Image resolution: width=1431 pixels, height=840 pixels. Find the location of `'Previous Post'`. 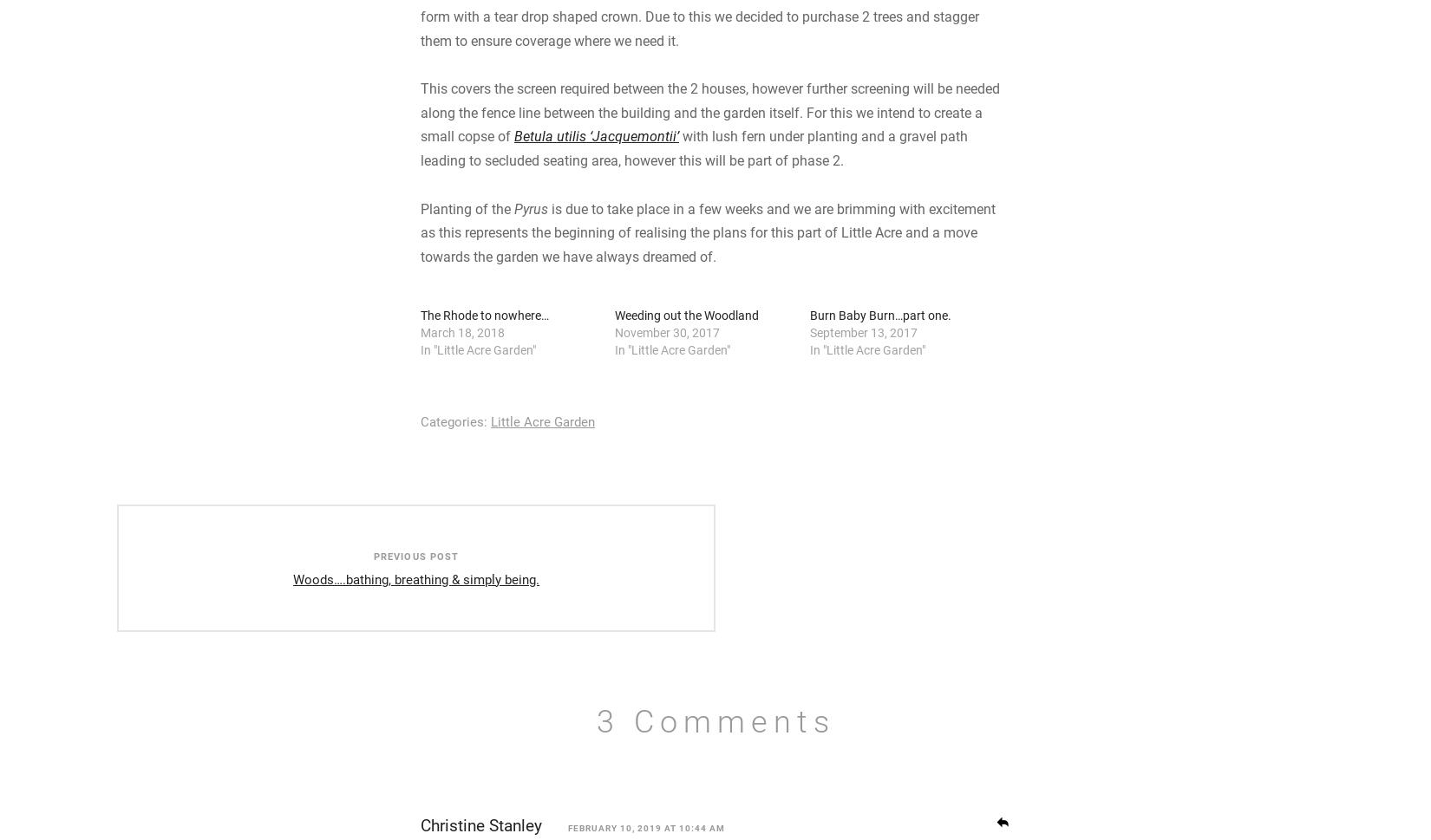

'Previous Post' is located at coordinates (444, 693).